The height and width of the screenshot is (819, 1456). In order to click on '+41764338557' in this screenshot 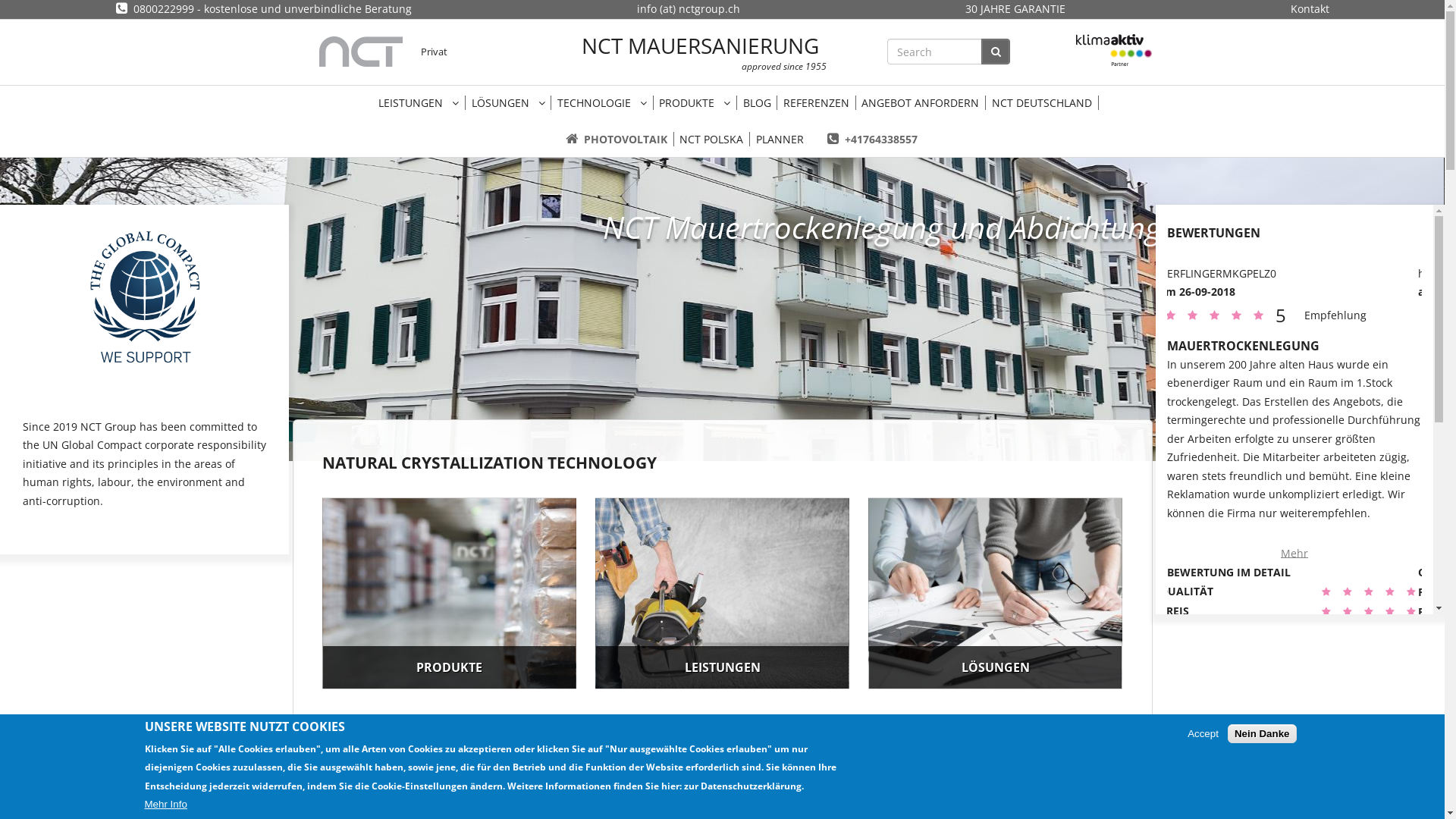, I will do `click(872, 139)`.